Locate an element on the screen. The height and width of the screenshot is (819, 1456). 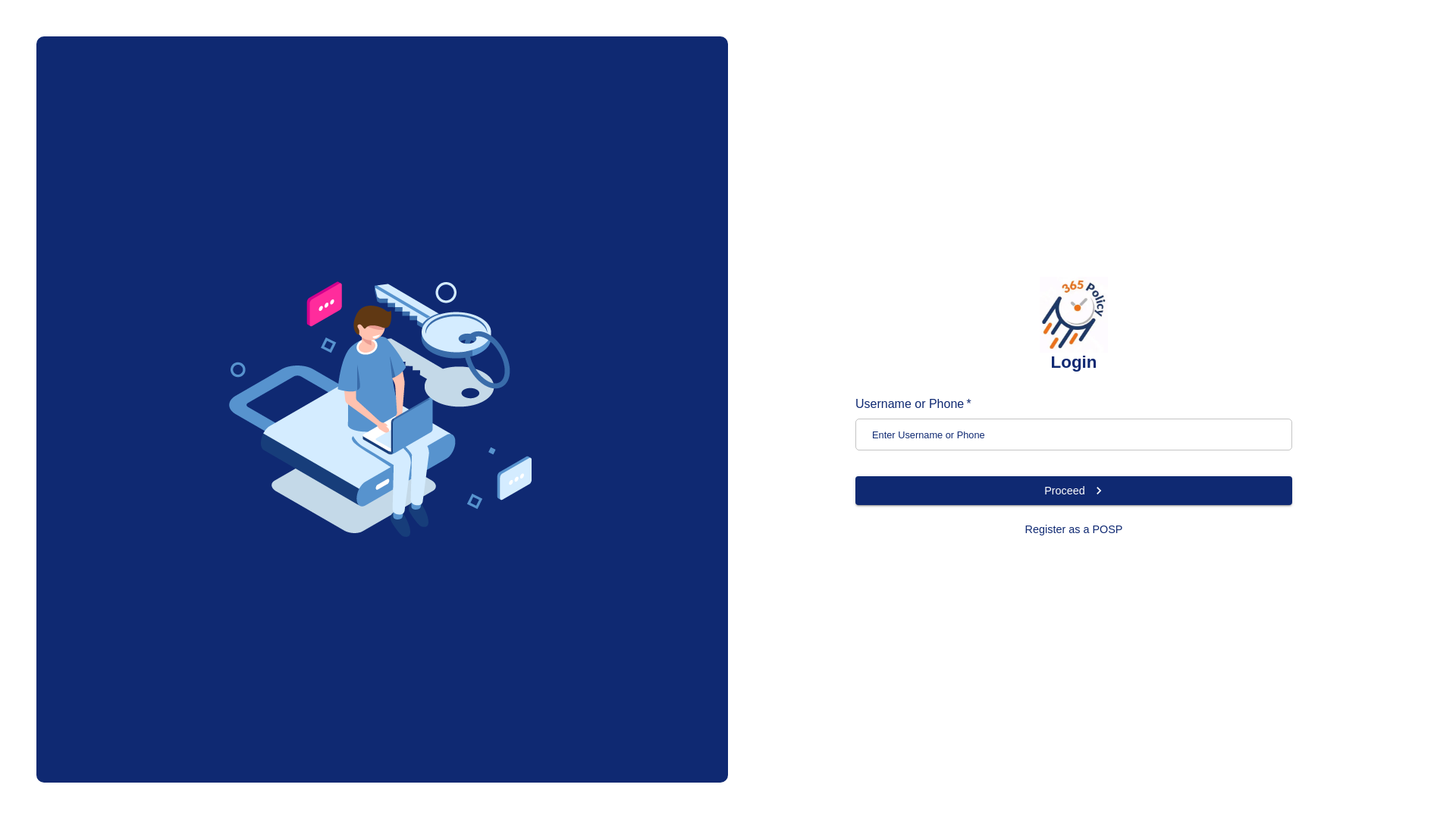
'Register as a POSP' is located at coordinates (855, 529).